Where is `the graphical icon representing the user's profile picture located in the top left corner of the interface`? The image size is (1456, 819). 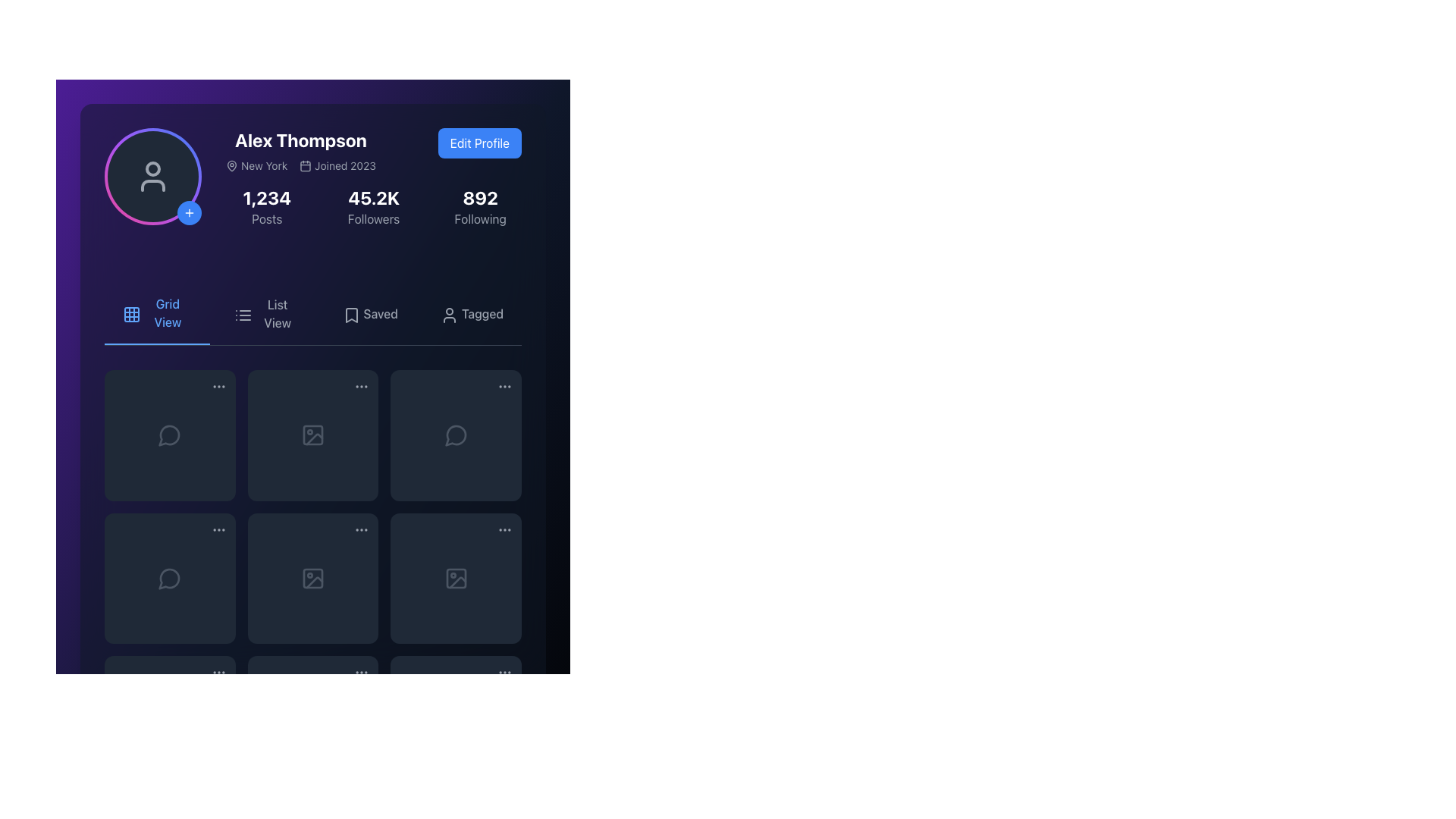 the graphical icon representing the user's profile picture located in the top left corner of the interface is located at coordinates (152, 169).